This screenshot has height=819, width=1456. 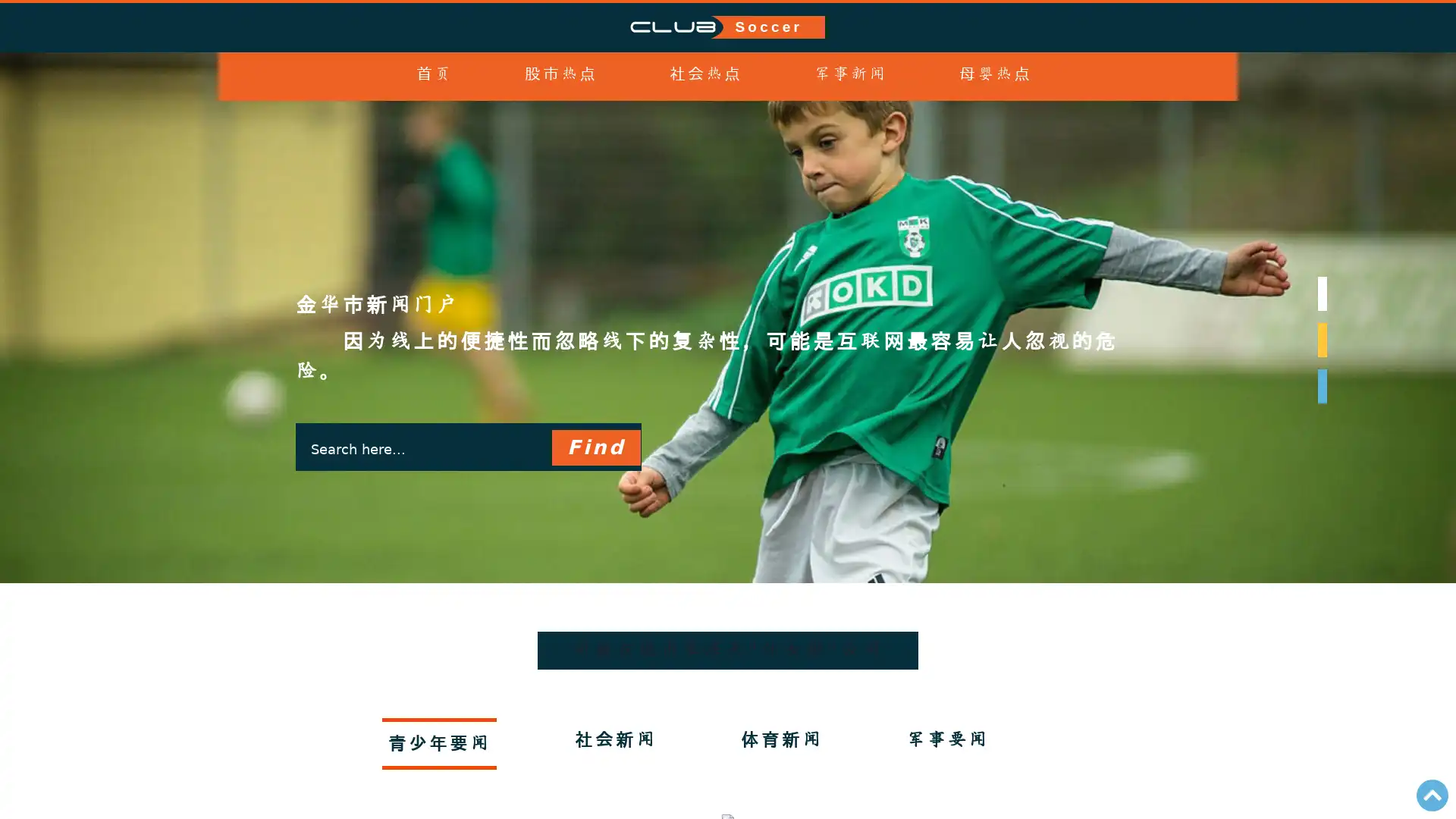 What do you see at coordinates (595, 446) in the screenshot?
I see `Find` at bounding box center [595, 446].